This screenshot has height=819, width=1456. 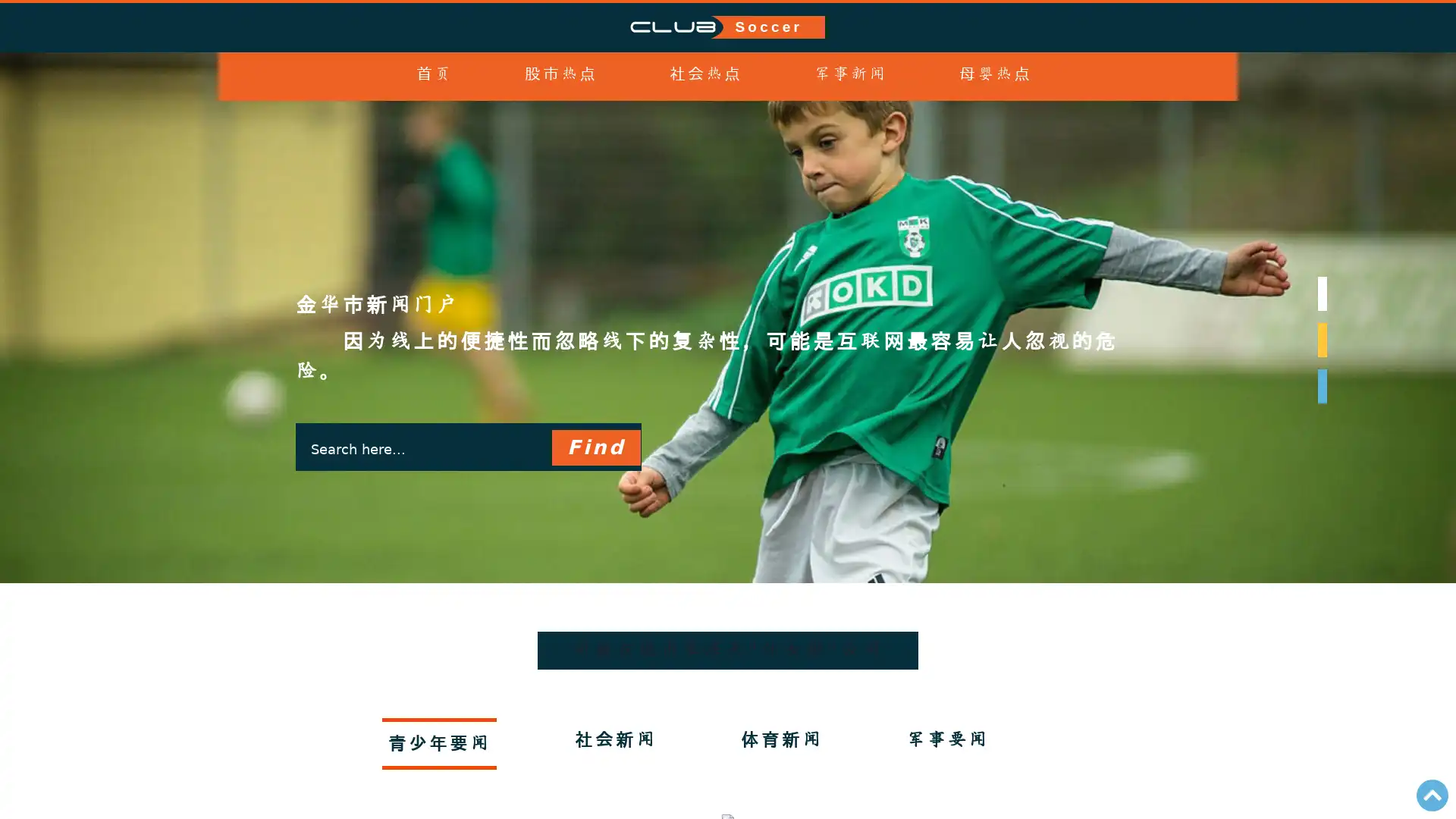 What do you see at coordinates (595, 446) in the screenshot?
I see `Find` at bounding box center [595, 446].